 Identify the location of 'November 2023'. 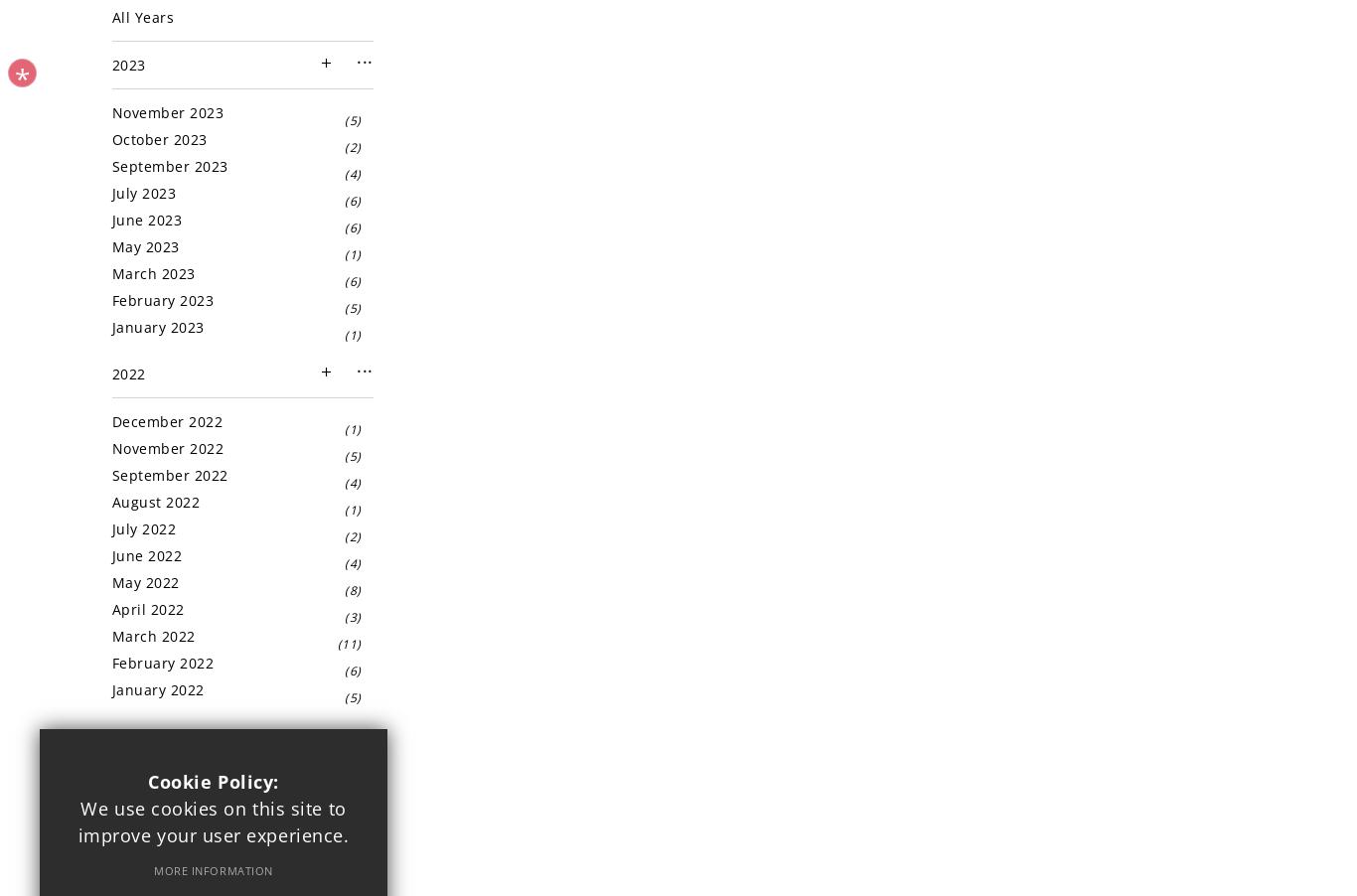
(166, 112).